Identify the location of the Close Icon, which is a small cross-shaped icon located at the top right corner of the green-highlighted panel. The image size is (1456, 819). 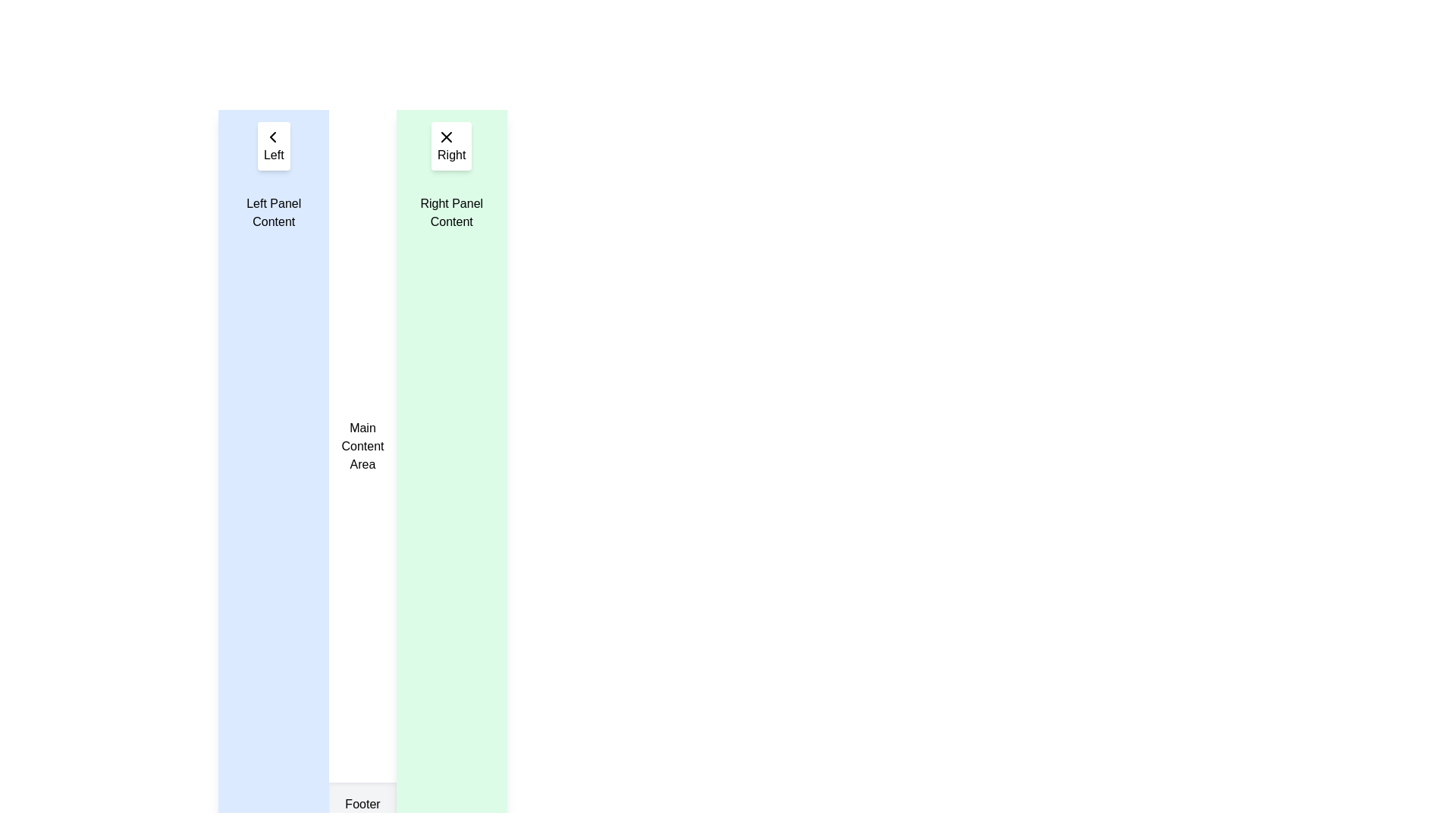
(446, 137).